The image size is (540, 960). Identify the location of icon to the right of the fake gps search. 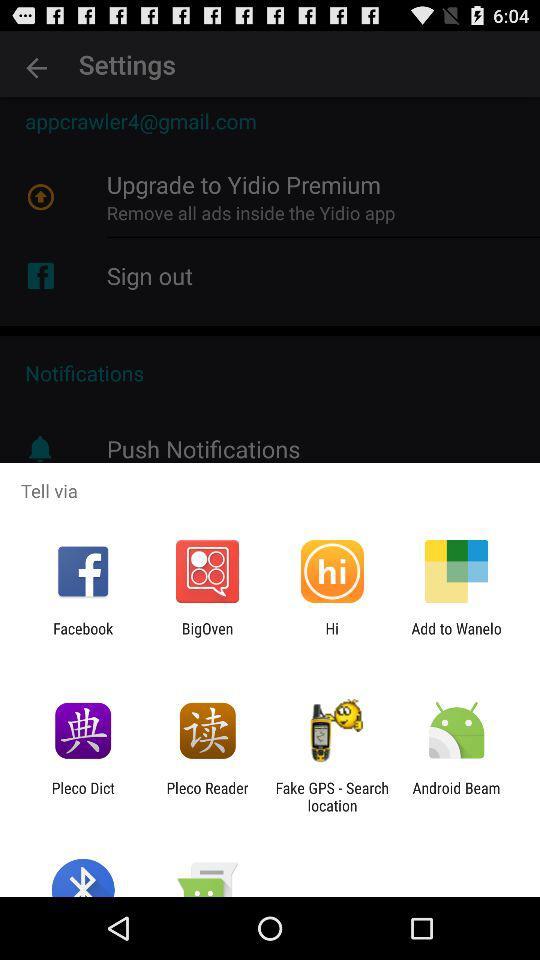
(456, 796).